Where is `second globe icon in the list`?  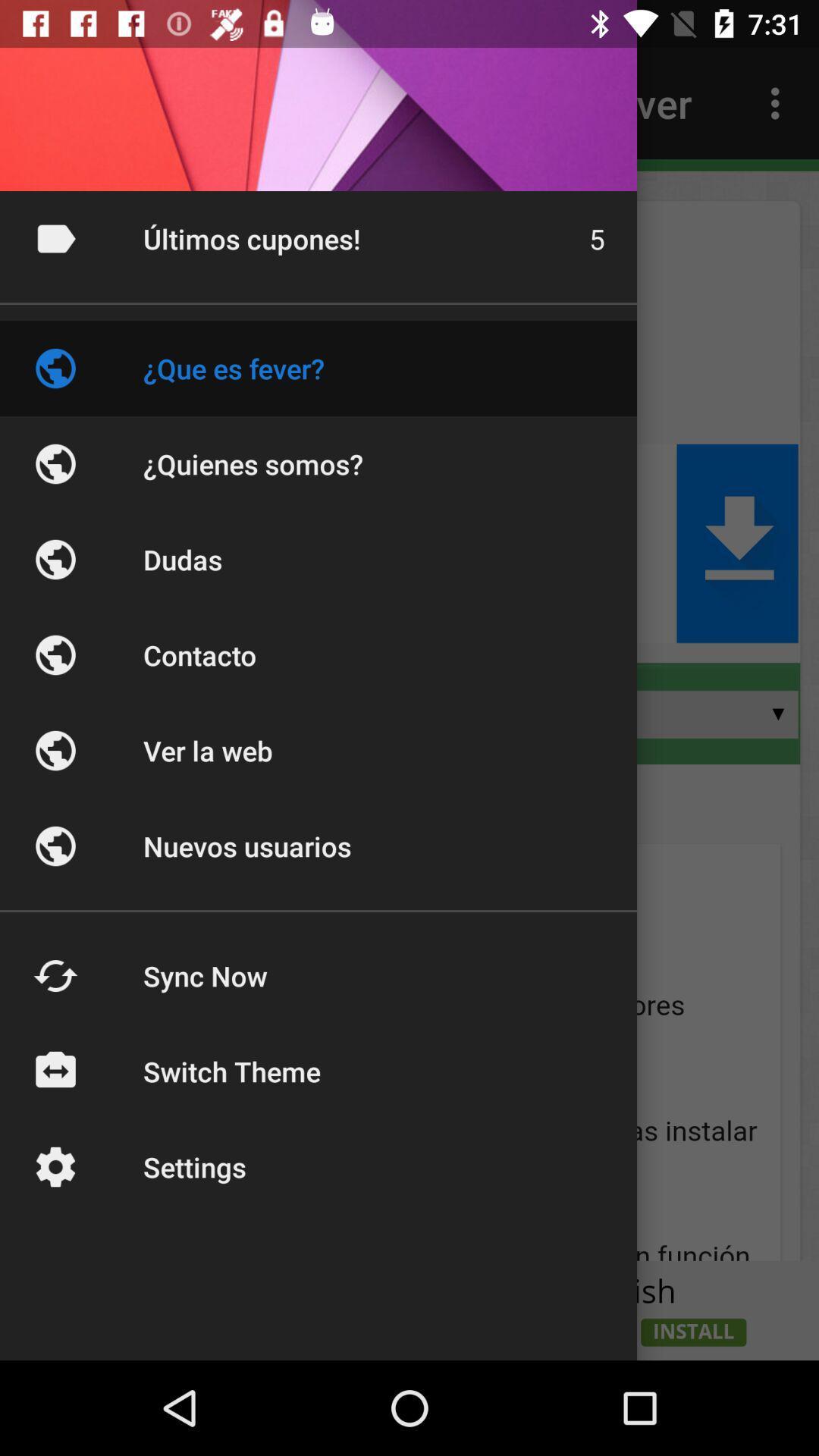 second globe icon in the list is located at coordinates (55, 463).